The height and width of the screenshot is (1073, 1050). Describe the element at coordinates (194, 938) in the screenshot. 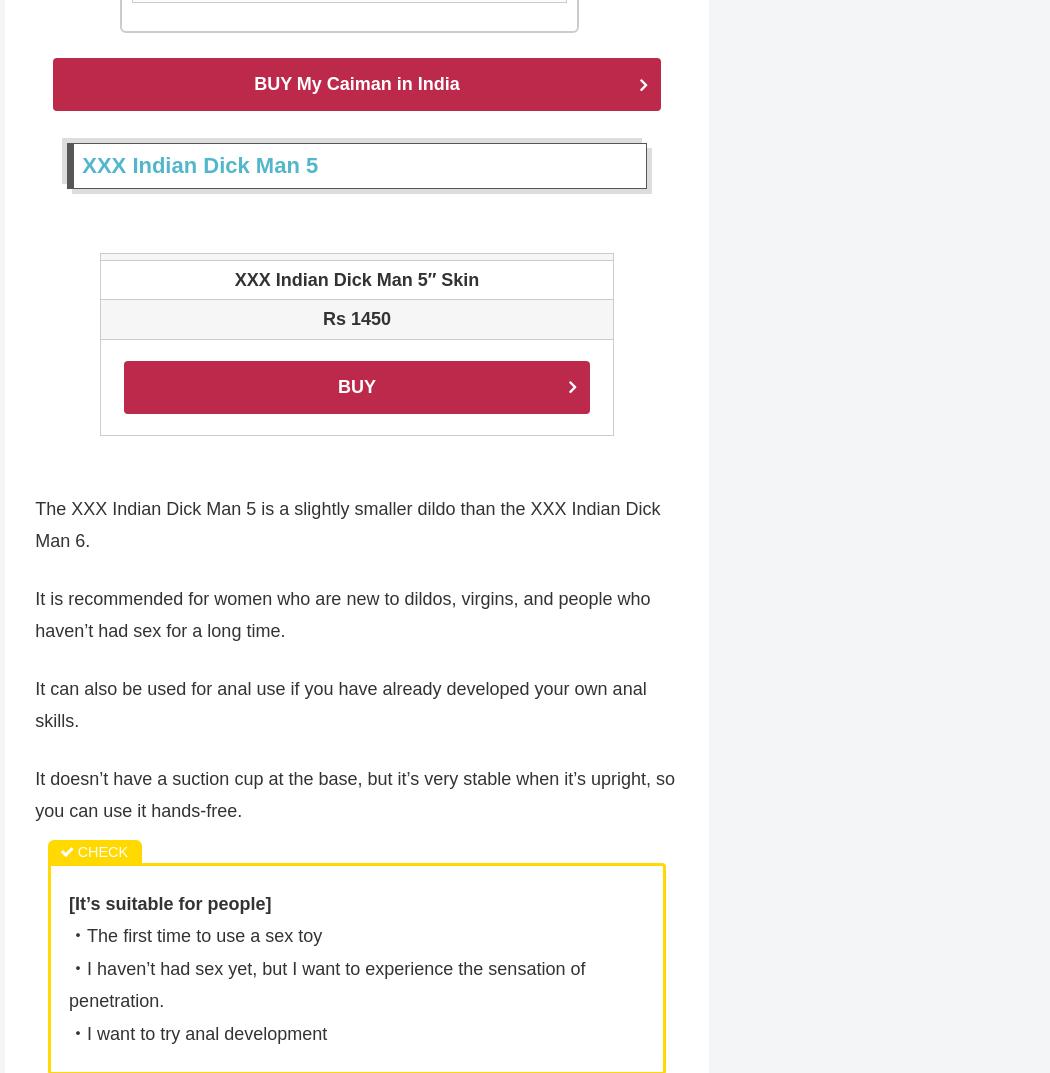

I see `'・The first time to use a sex toy'` at that location.